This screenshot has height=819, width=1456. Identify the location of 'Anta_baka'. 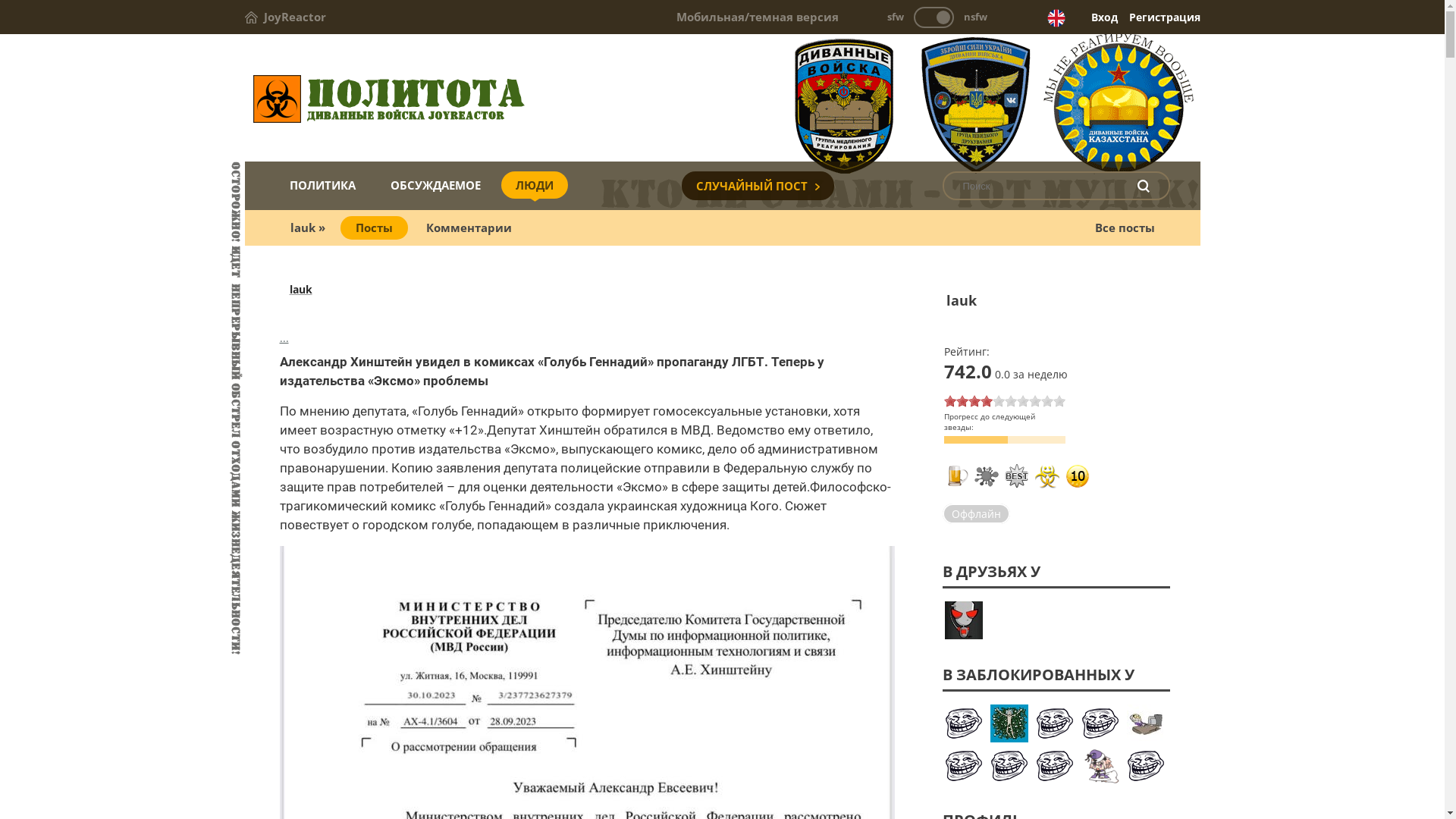
(963, 722).